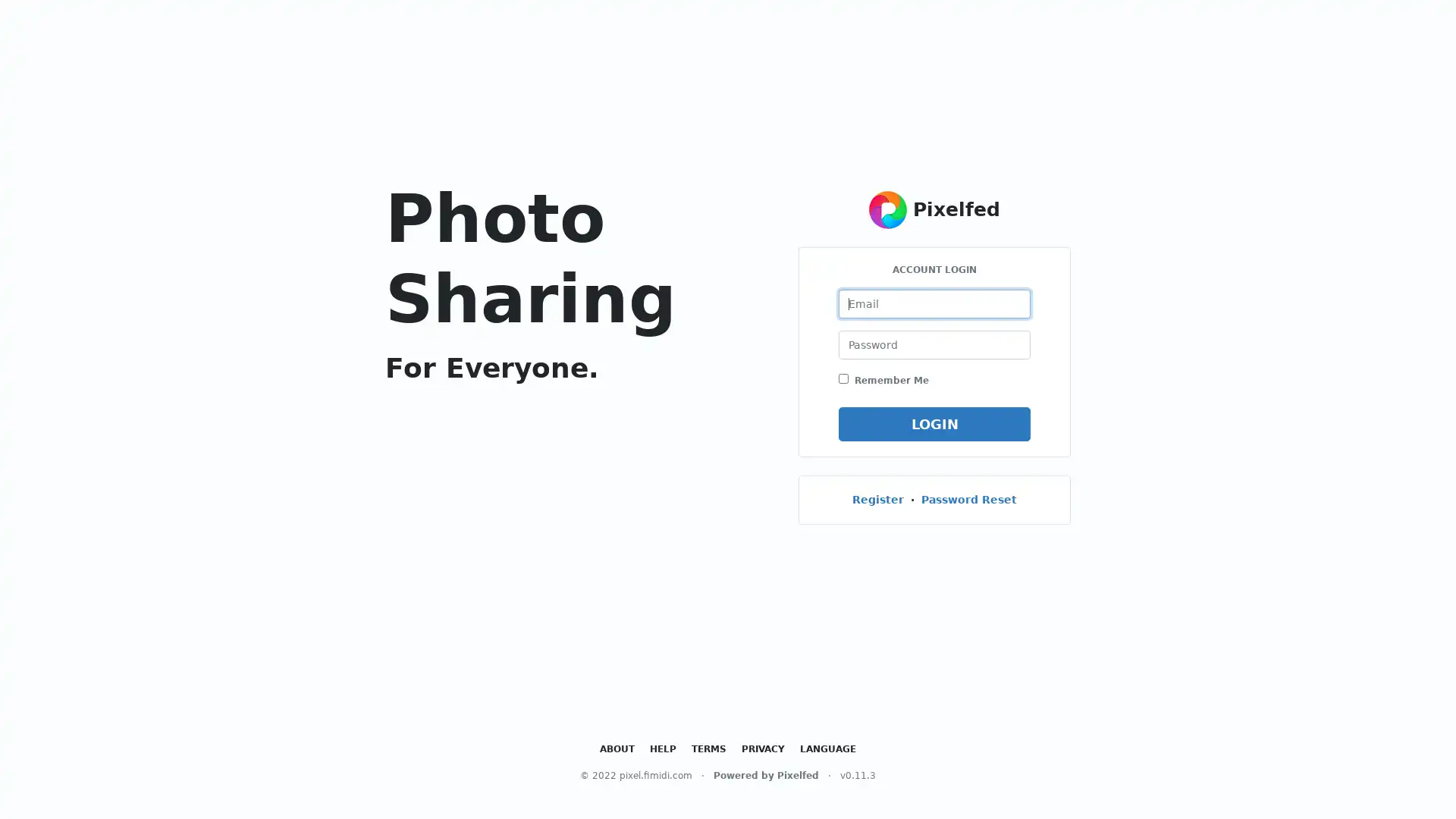 The width and height of the screenshot is (1456, 819). Describe the element at coordinates (934, 423) in the screenshot. I see `LOGIN` at that location.